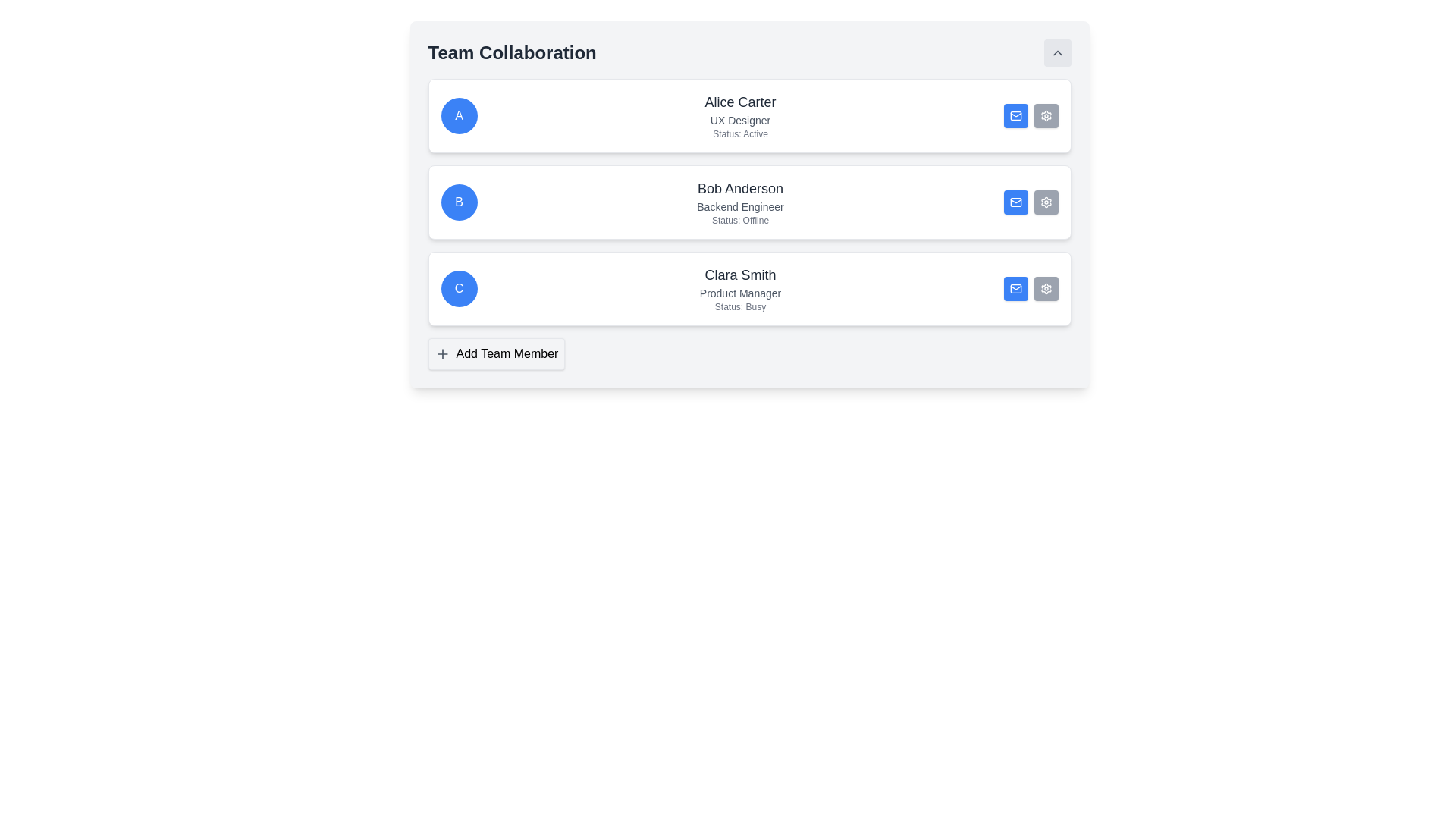 The width and height of the screenshot is (1456, 819). I want to click on the stylized envelope SVG icon located to the far right of the third row in the user interface section corresponding to 'Clara Smith', so click(1015, 289).